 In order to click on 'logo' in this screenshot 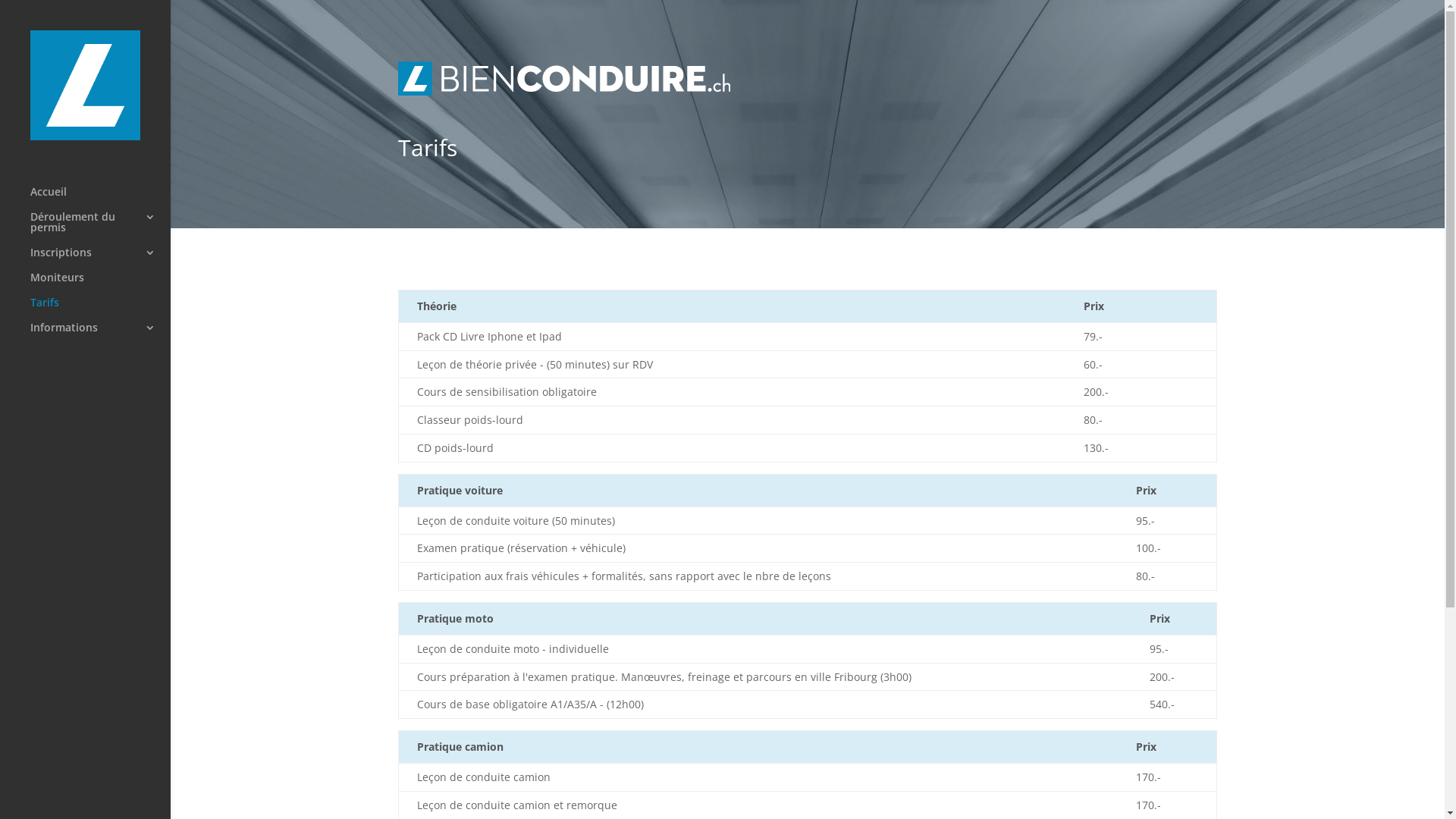, I will do `click(563, 78)`.